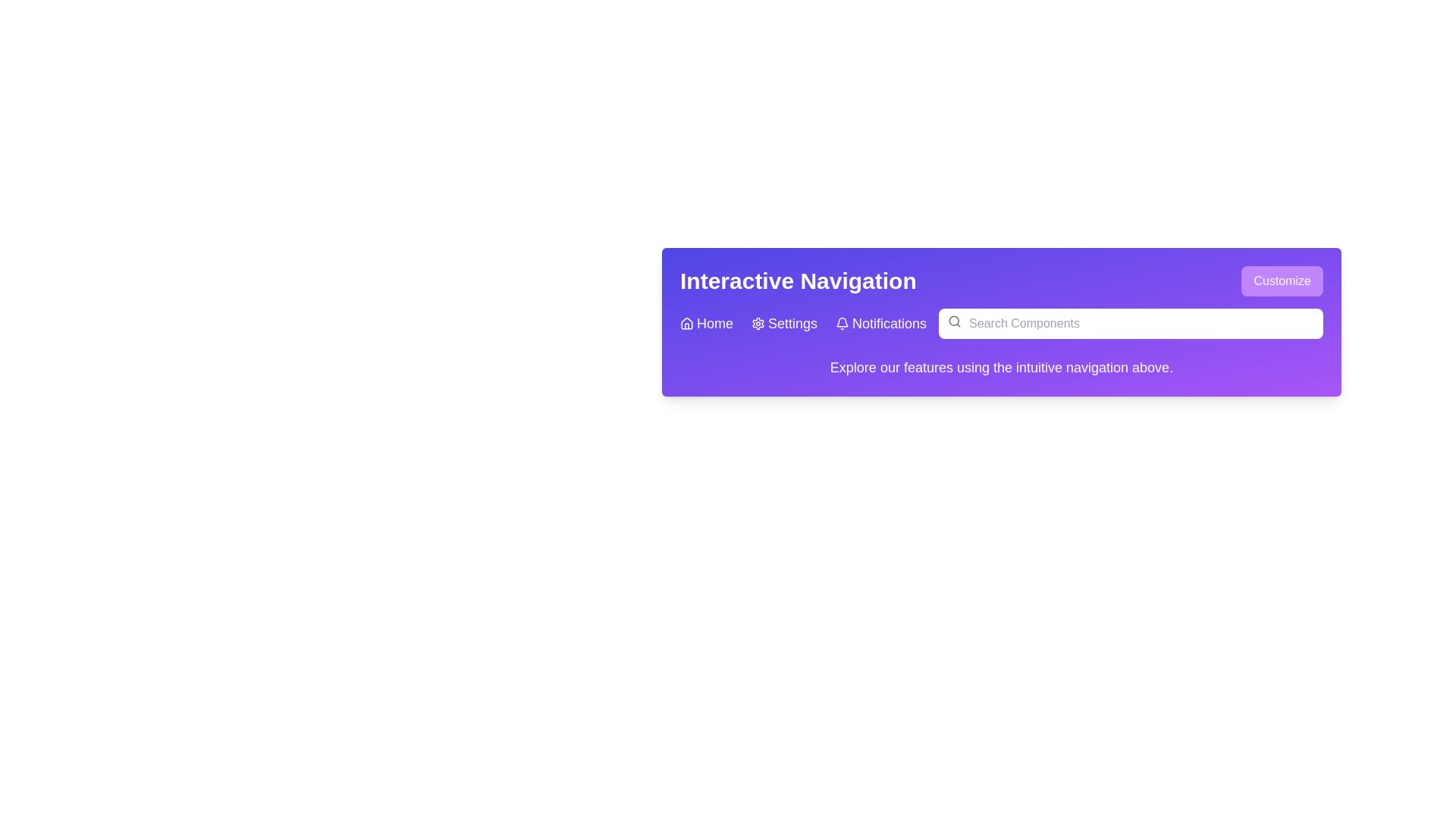 This screenshot has height=819, width=1456. What do you see at coordinates (686, 323) in the screenshot?
I see `the 'Home' icon located on the left side of the navigation bar` at bounding box center [686, 323].